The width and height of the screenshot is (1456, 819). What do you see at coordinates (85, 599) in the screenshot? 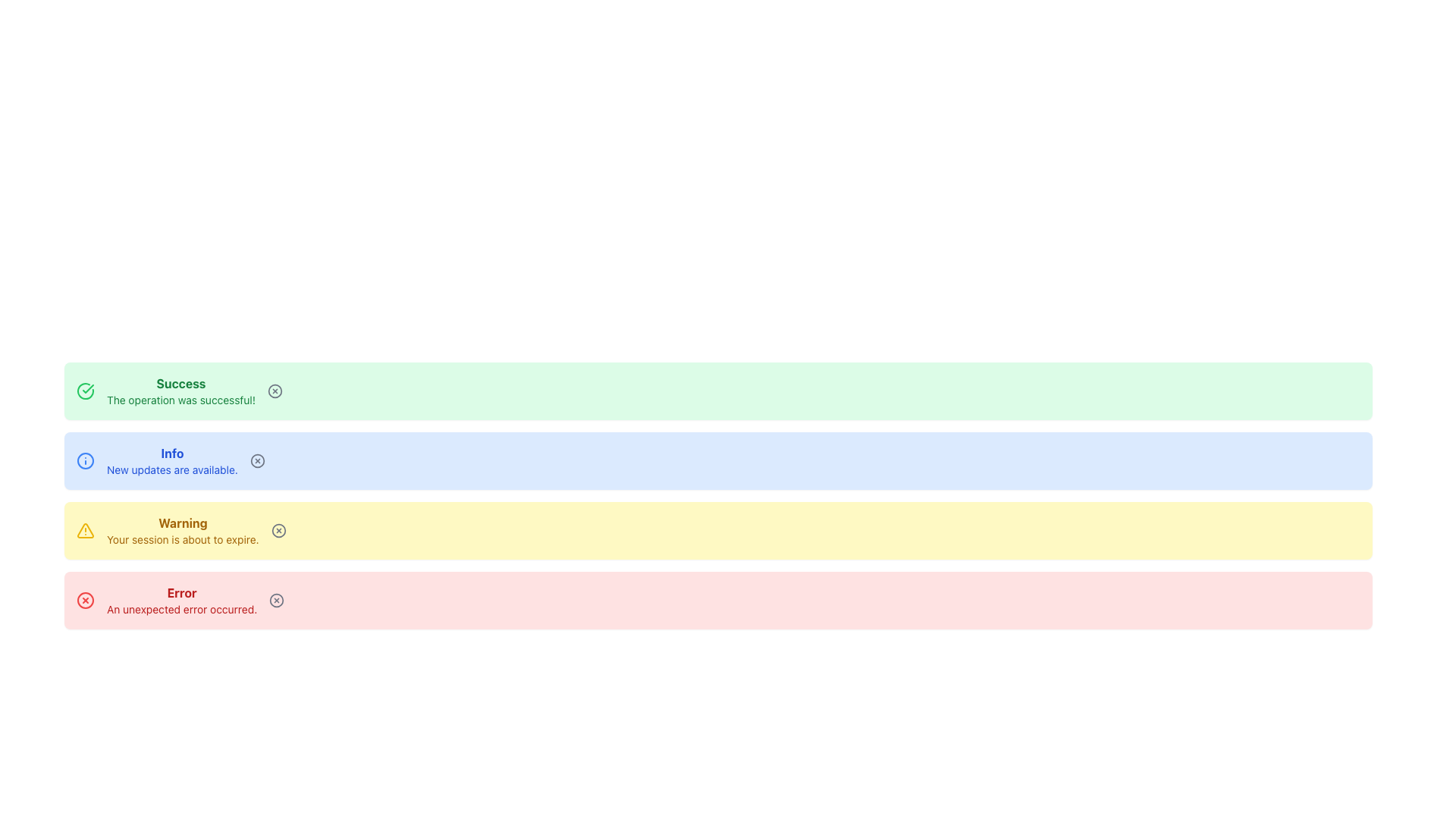
I see `the small circular icon with a red border and an internal red cross located in the notification bar labeled 'Error' at the bottom of the notification stack` at bounding box center [85, 599].